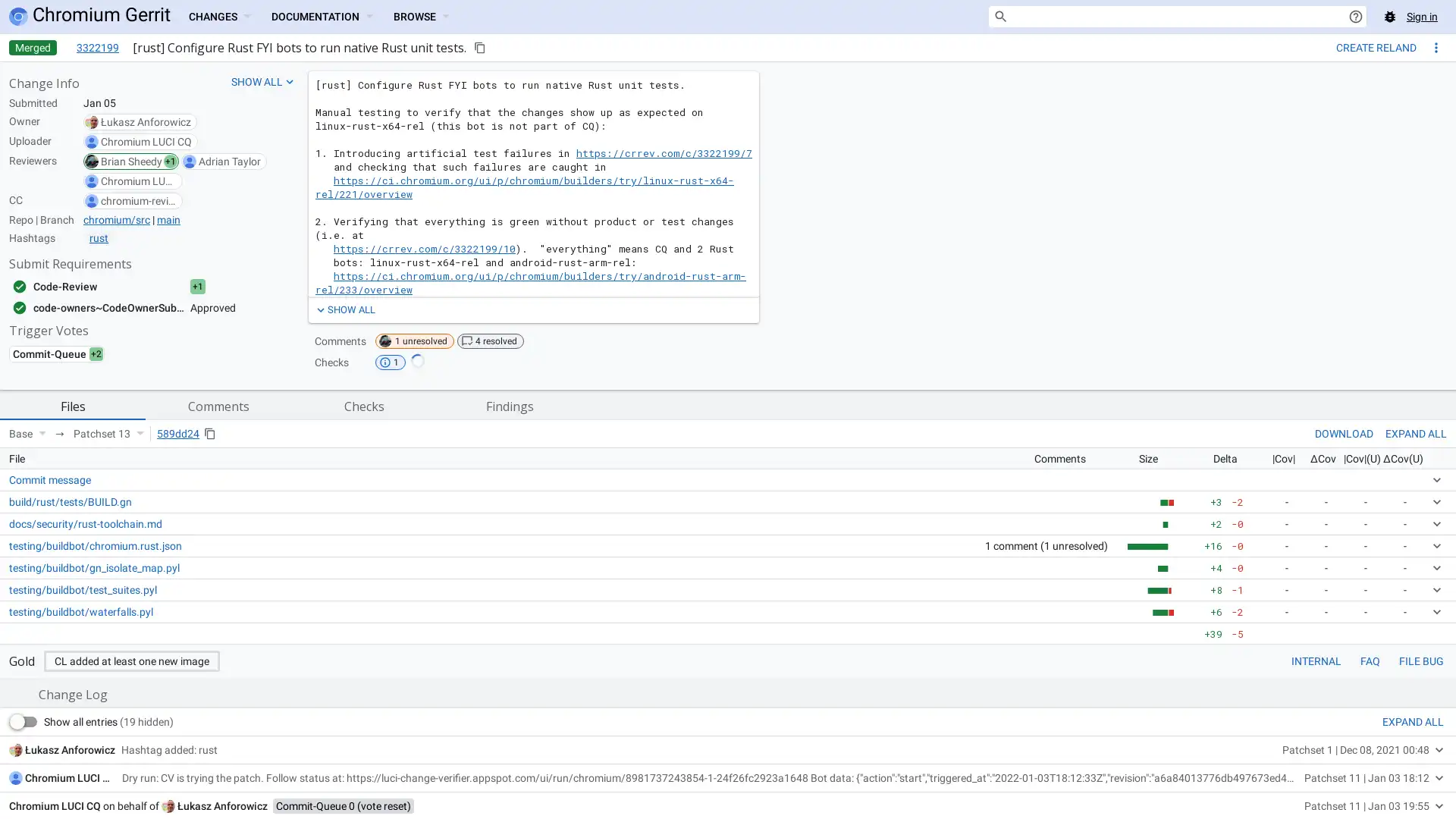 The width and height of the screenshot is (1456, 819). I want to click on Patchset 13, so click(108, 433).